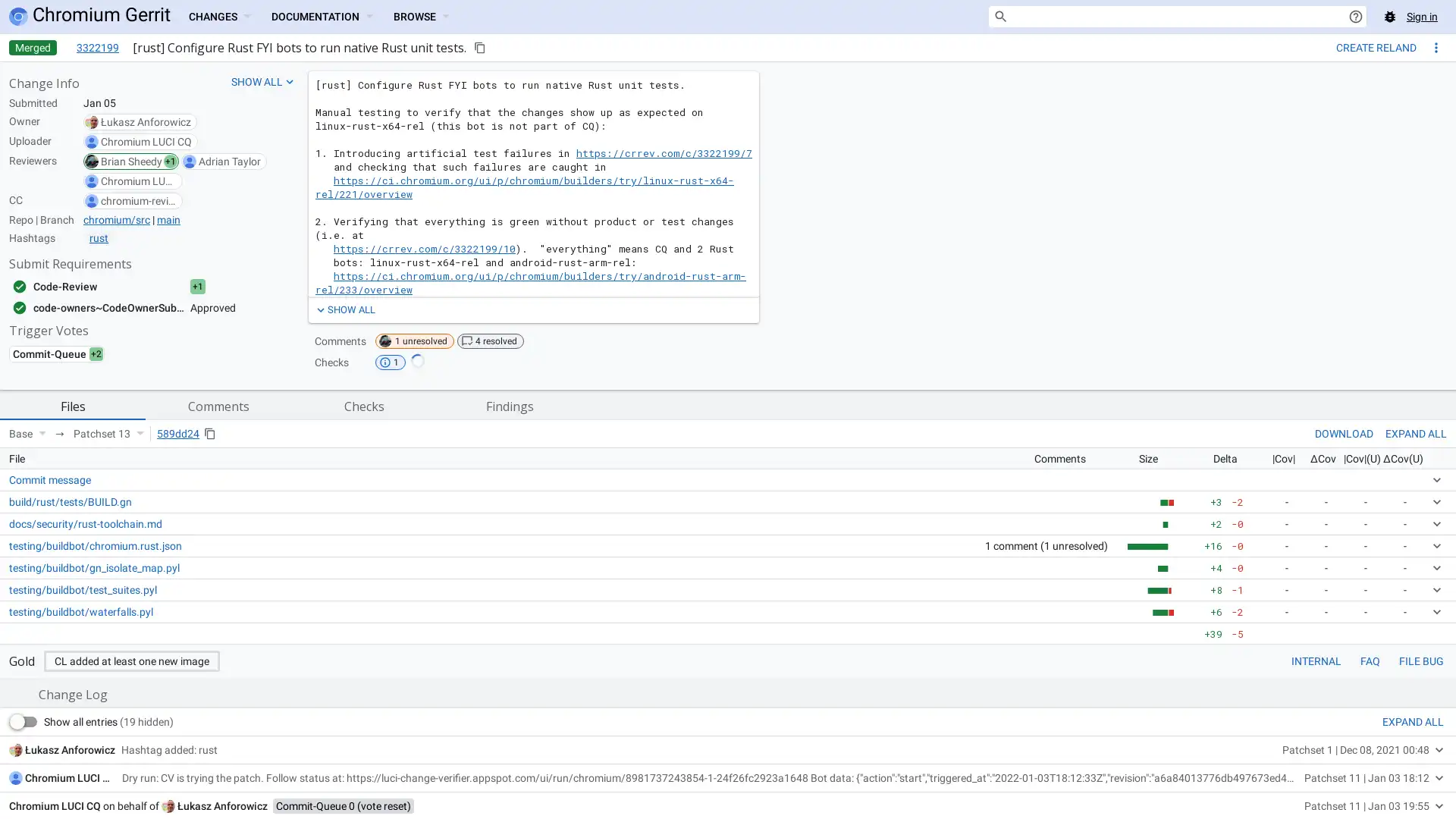 The width and height of the screenshot is (1456, 819). I want to click on Patchset 13, so click(108, 433).